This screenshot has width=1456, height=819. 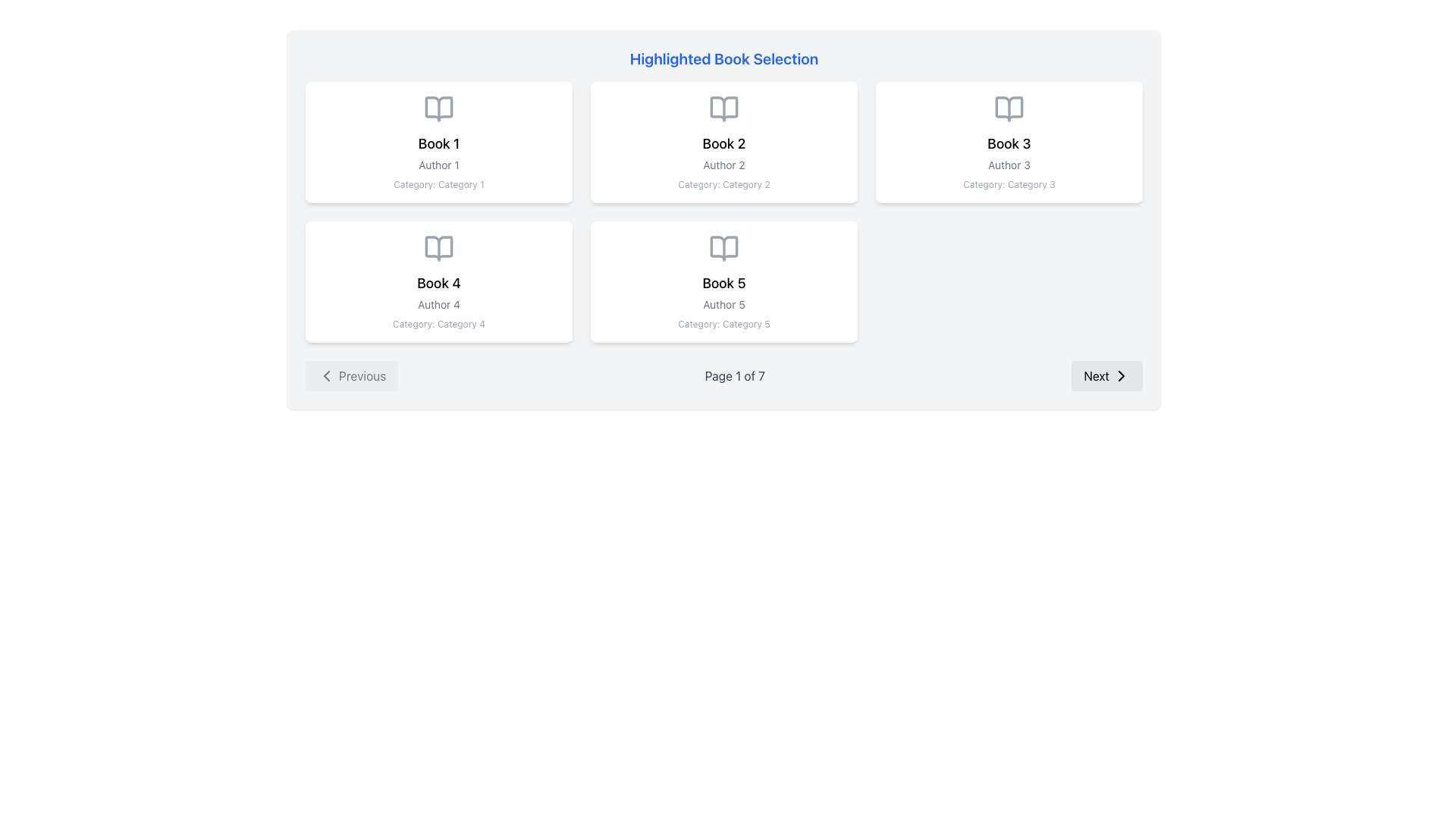 I want to click on the right-pointing arrow icon within the 'Next' button located at the lower-right corner of the interface, so click(x=1121, y=375).